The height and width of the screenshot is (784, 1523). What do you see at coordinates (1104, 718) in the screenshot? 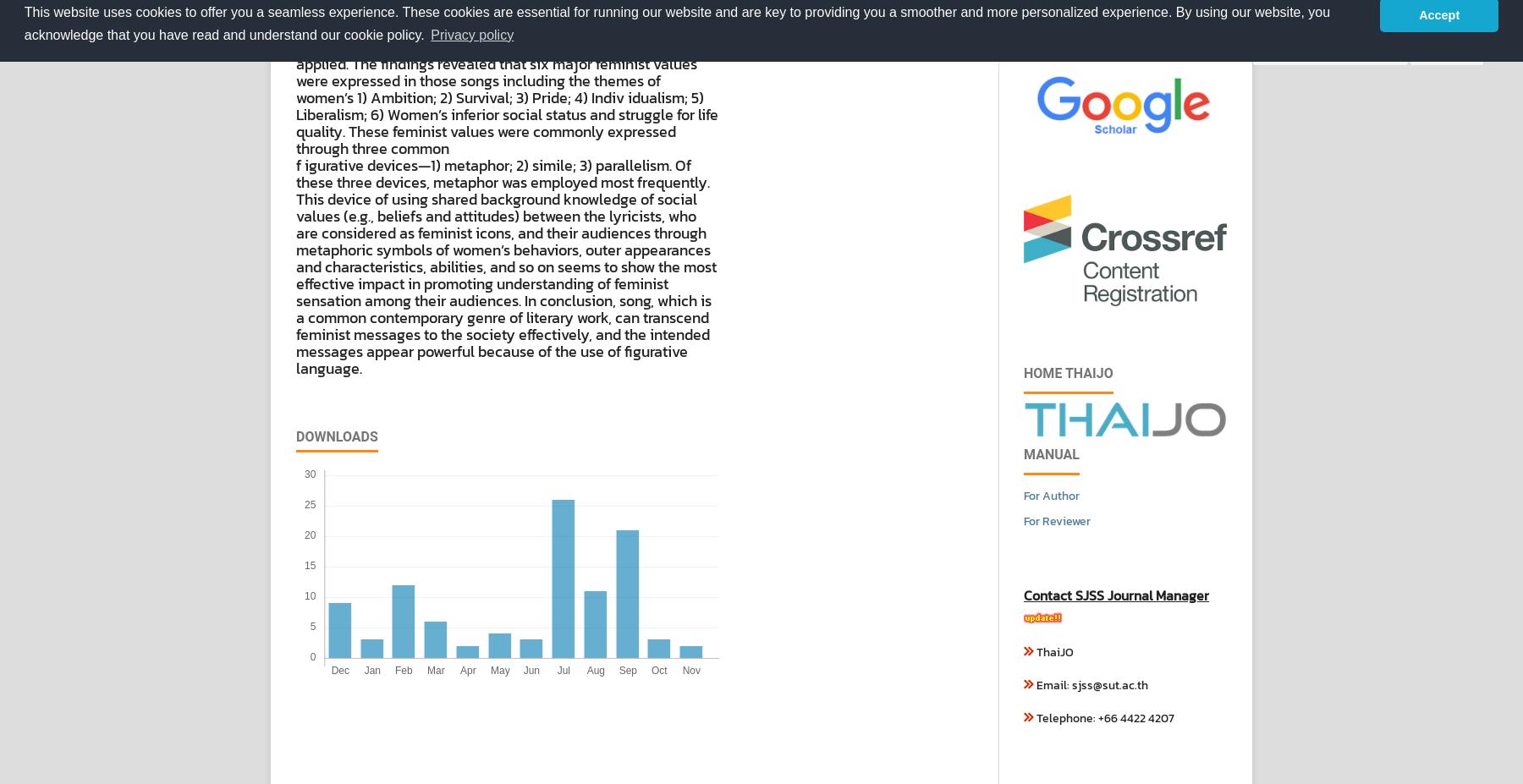
I see `'Telephone: +66 4422 4207'` at bounding box center [1104, 718].